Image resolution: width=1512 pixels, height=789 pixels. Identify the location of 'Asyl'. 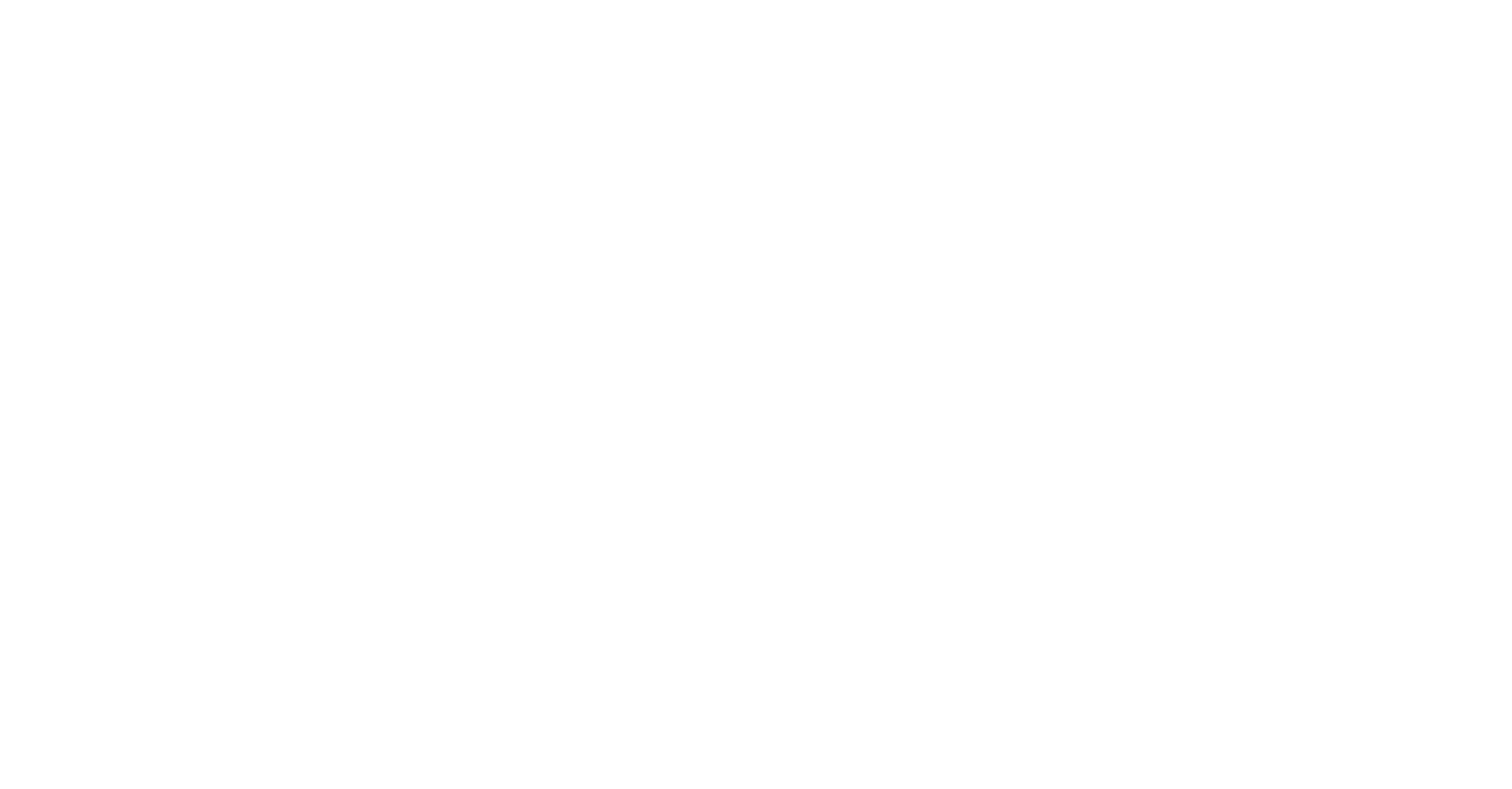
(1491, 60).